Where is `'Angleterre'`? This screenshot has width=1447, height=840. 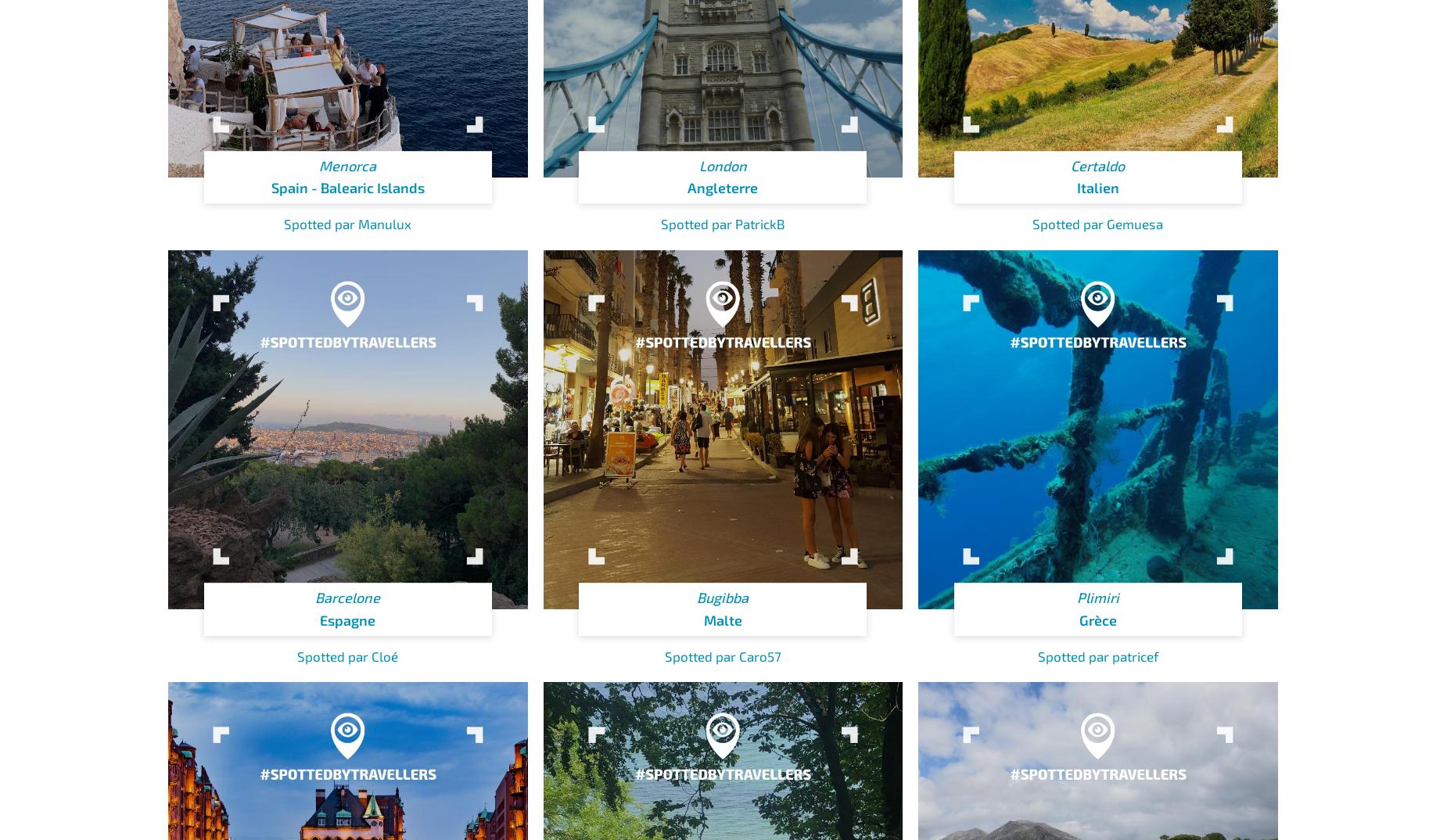 'Angleterre' is located at coordinates (723, 187).